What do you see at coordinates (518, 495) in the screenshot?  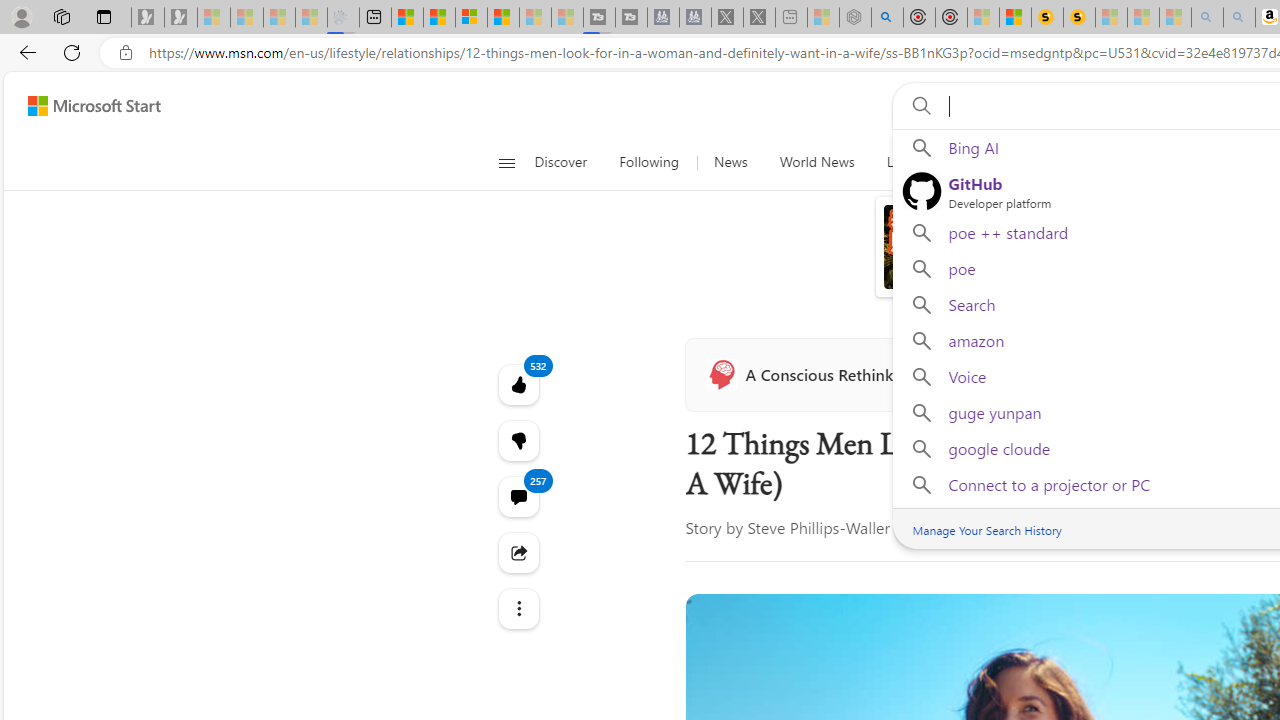 I see `'View comments 257 Comment'` at bounding box center [518, 495].